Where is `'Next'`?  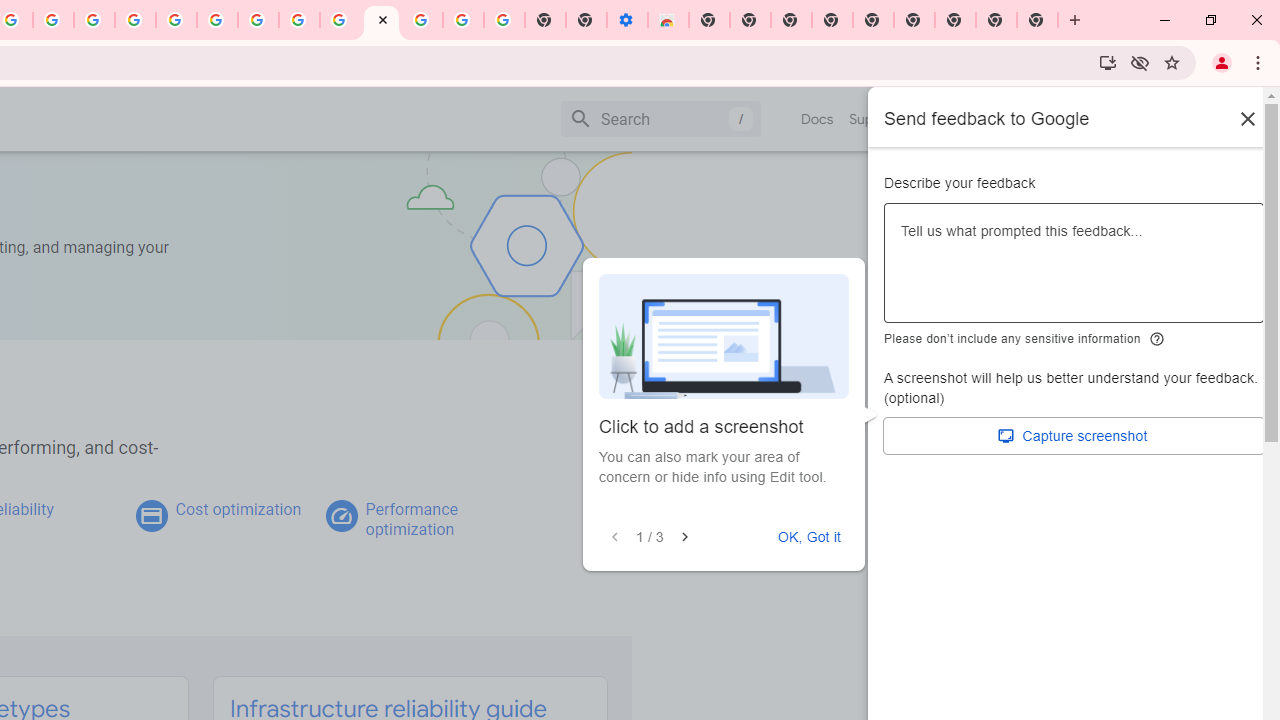 'Next' is located at coordinates (684, 536).